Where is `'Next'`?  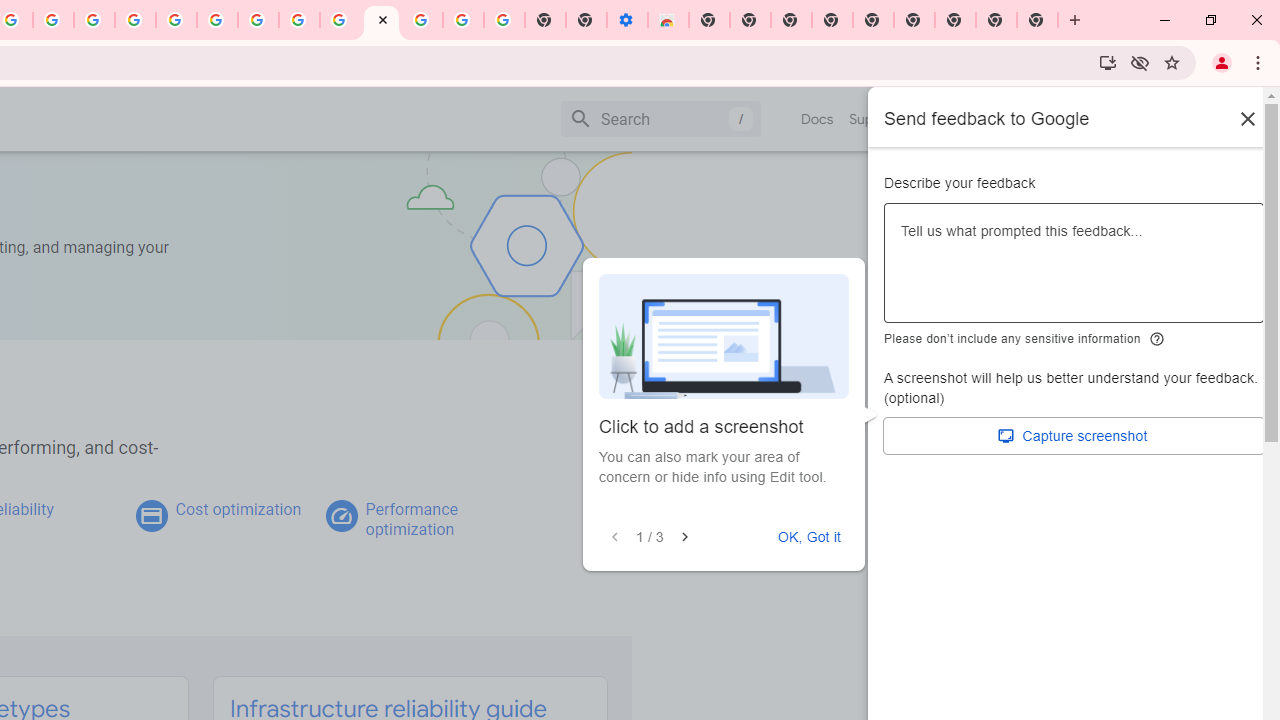 'Next' is located at coordinates (684, 536).